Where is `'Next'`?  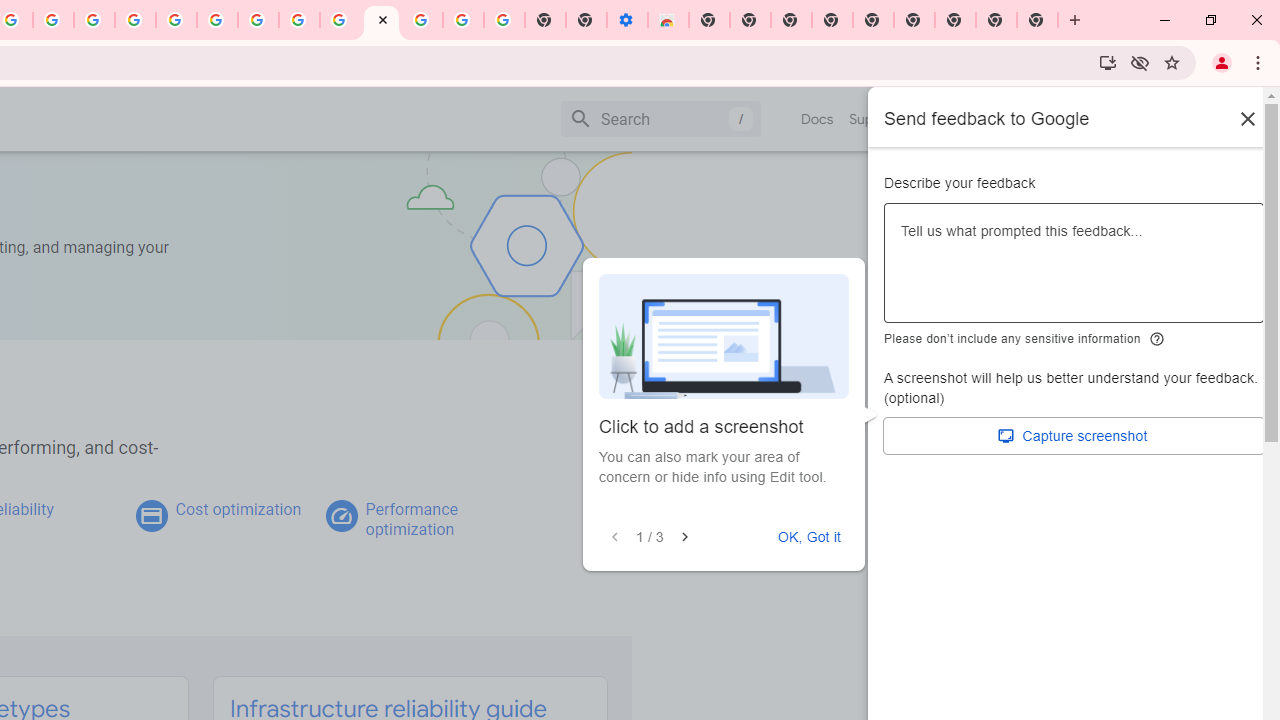 'Next' is located at coordinates (684, 536).